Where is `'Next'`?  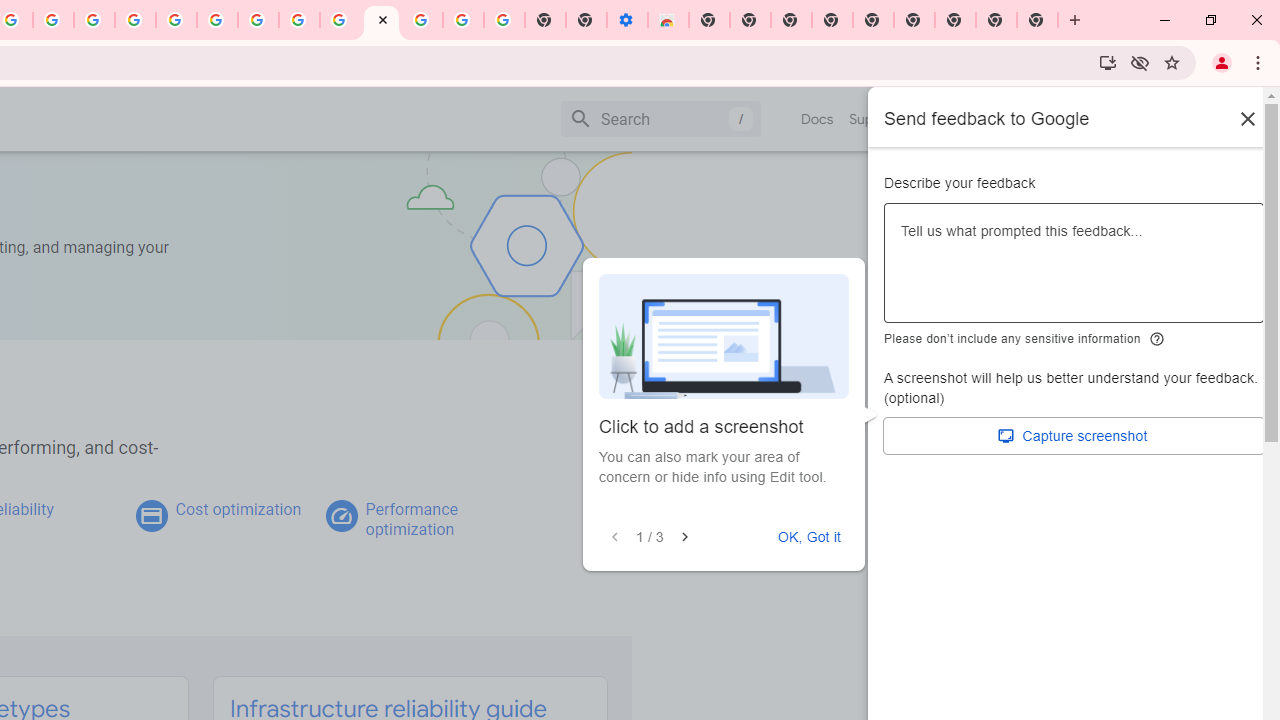 'Next' is located at coordinates (684, 536).